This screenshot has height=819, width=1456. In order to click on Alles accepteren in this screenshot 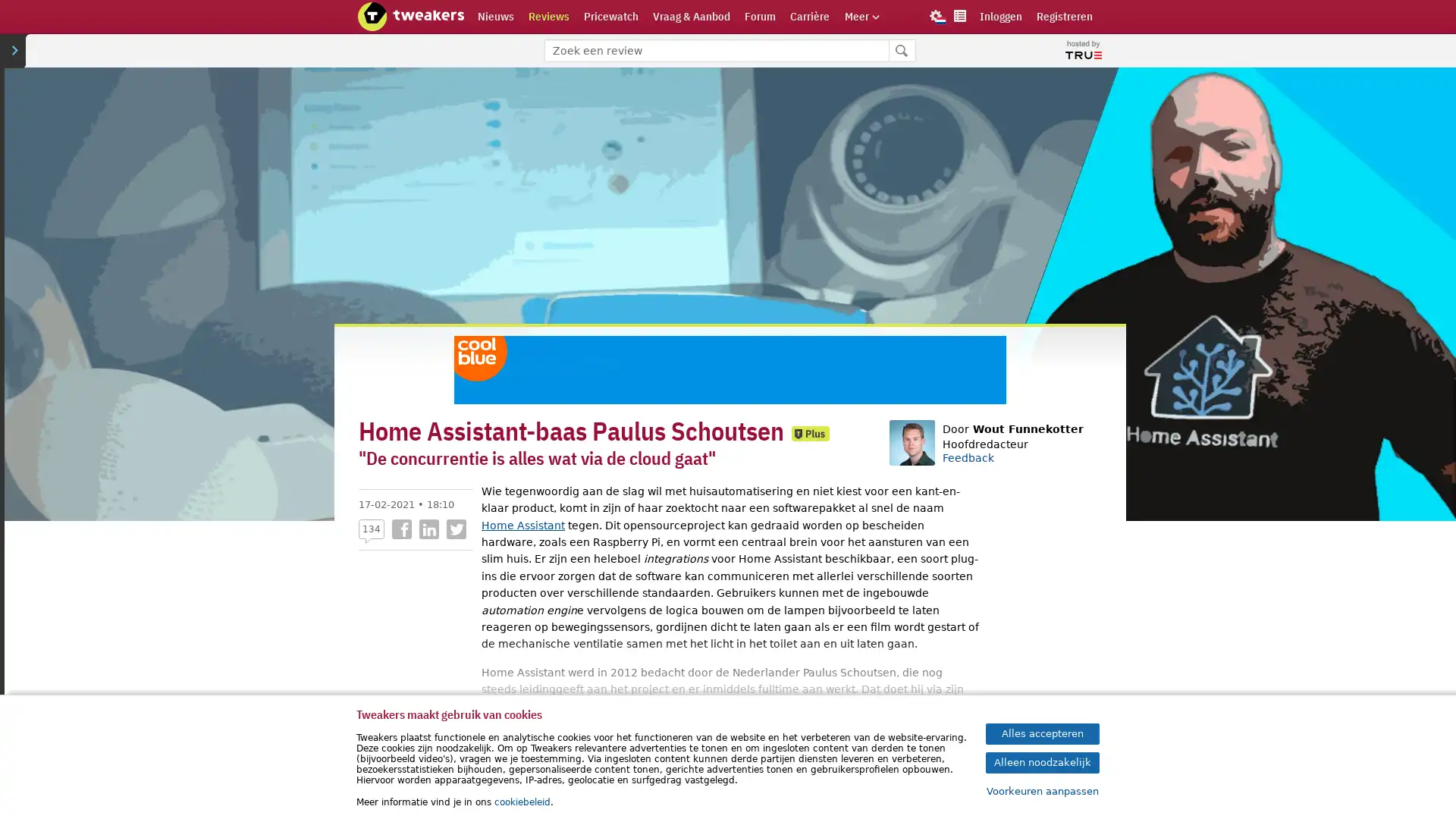, I will do `click(1041, 733)`.